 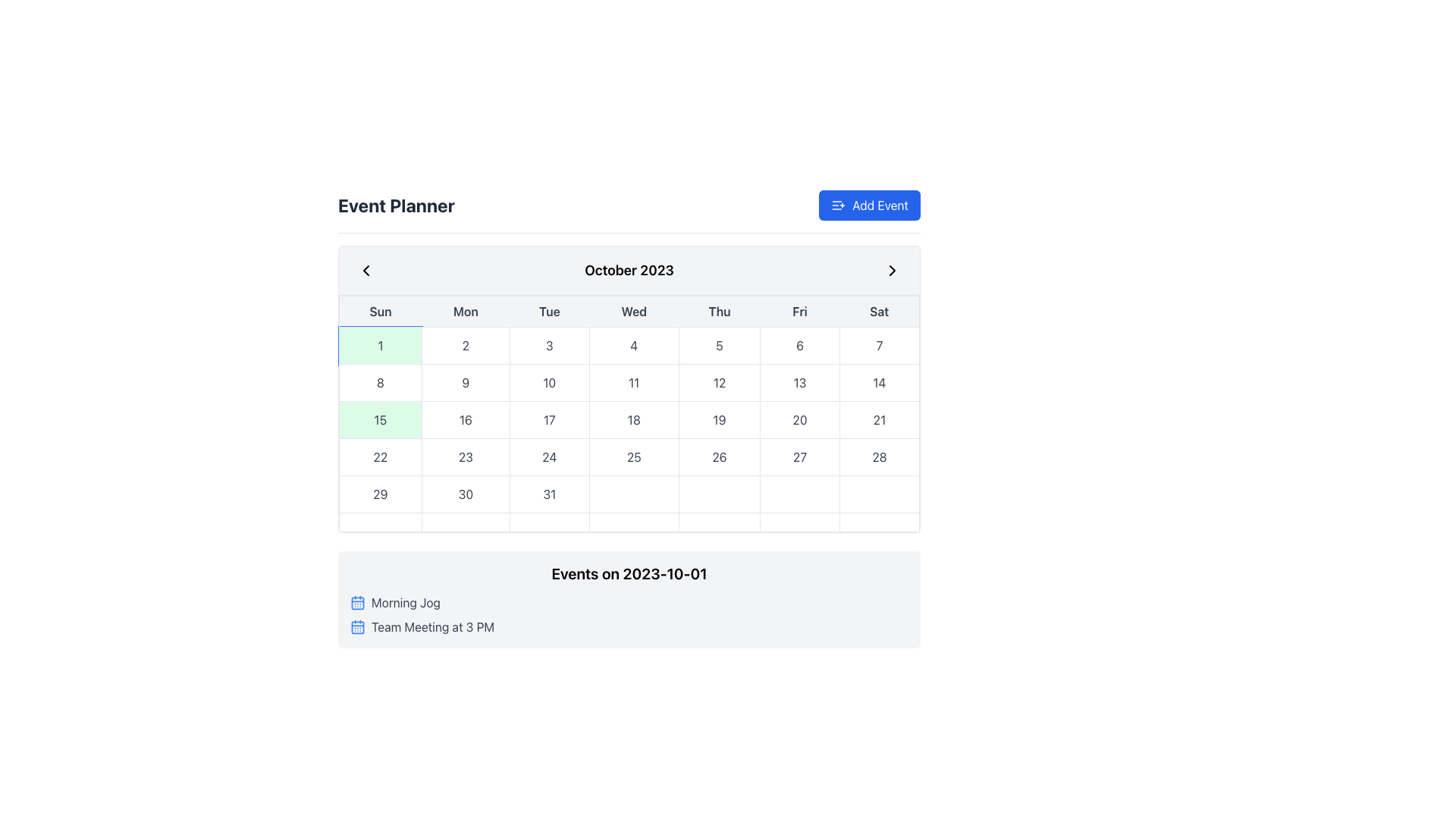 What do you see at coordinates (634, 456) in the screenshot?
I see `the Calendar Cell displaying the number '25' located in the fourth column of the fourth row` at bounding box center [634, 456].